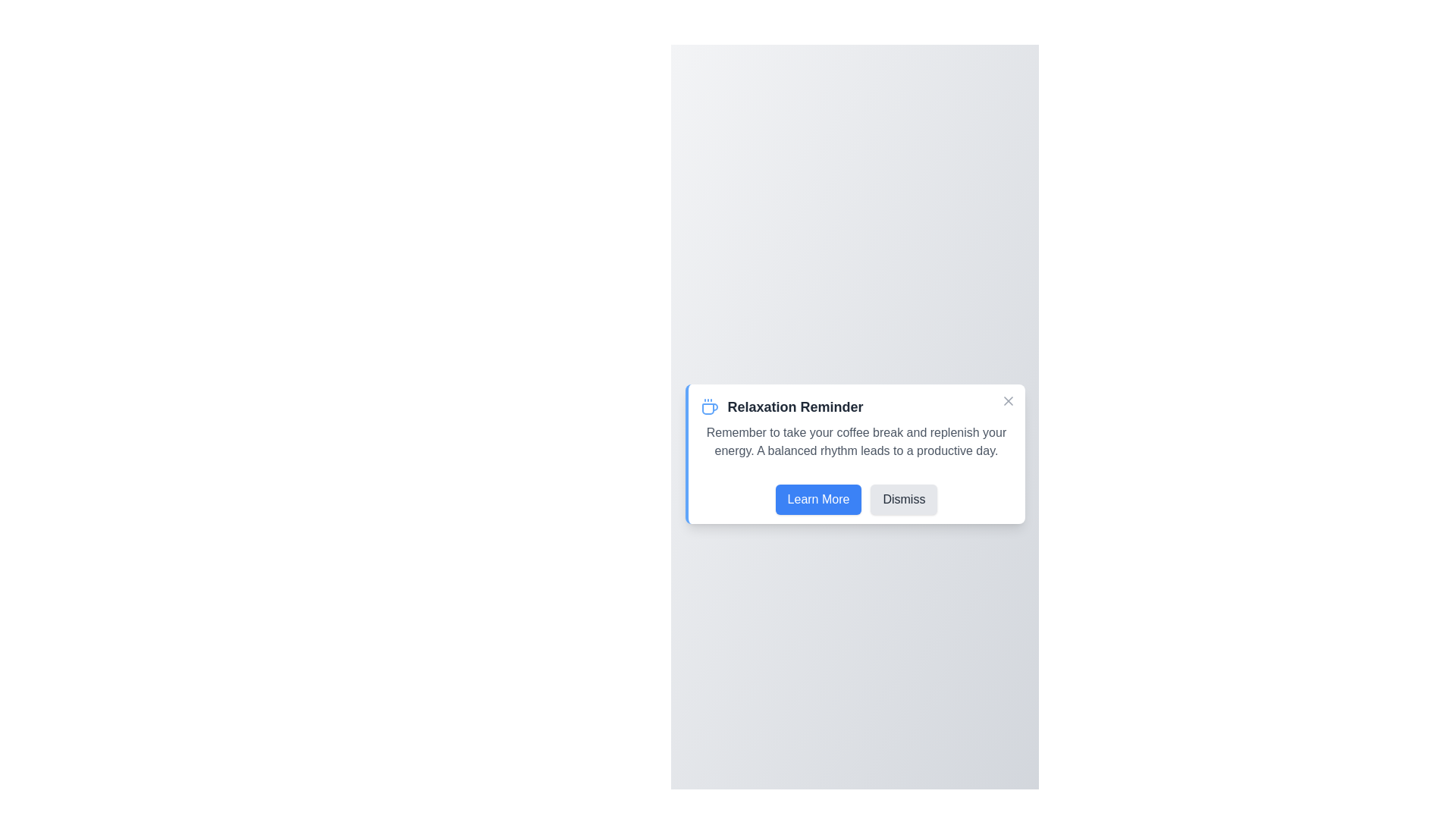 Image resolution: width=1456 pixels, height=819 pixels. Describe the element at coordinates (817, 500) in the screenshot. I see `the 'Learn More' button to proceed to additional information` at that location.